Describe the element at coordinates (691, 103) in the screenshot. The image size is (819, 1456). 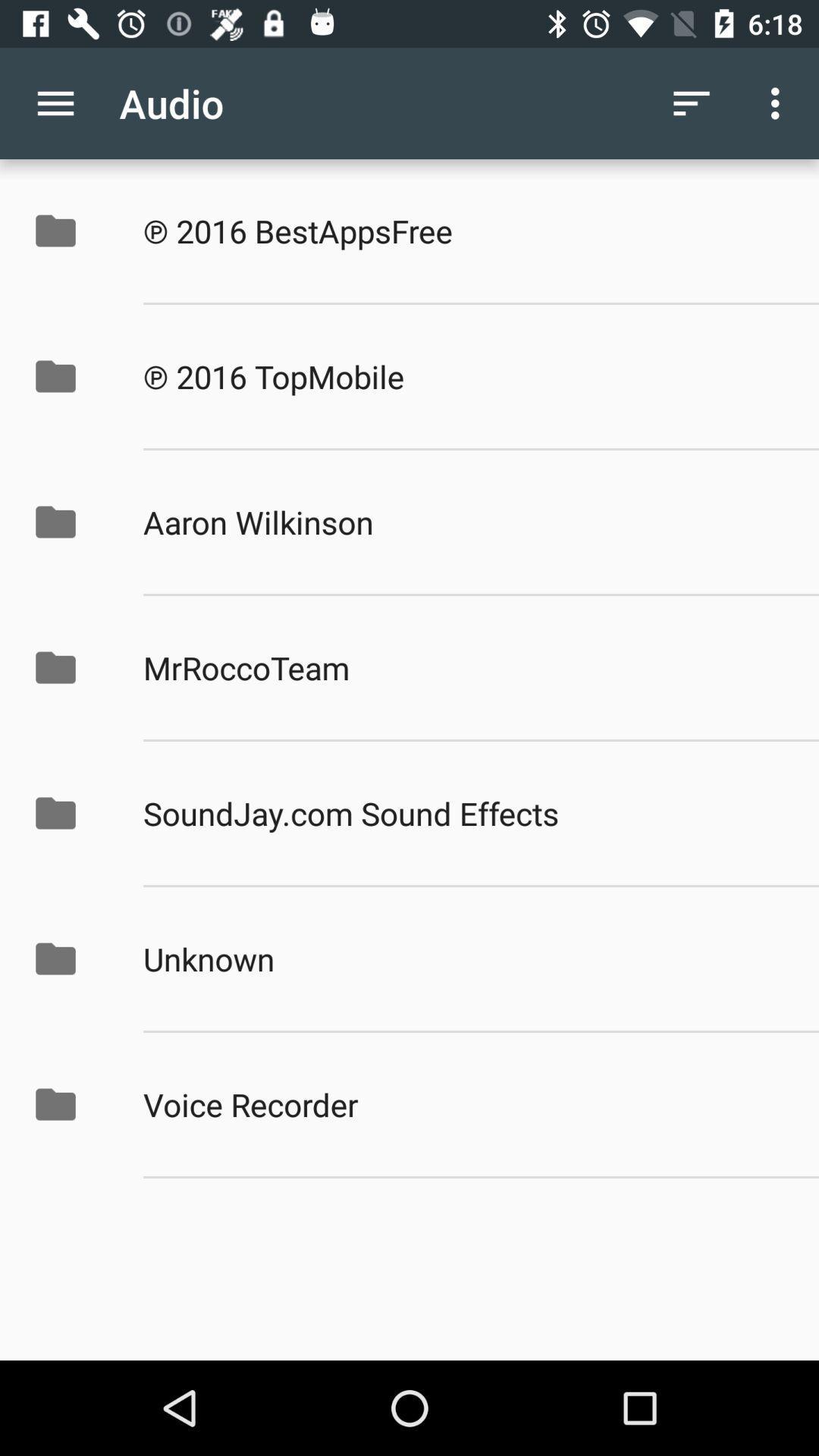
I see `the button which is next to the audio` at that location.